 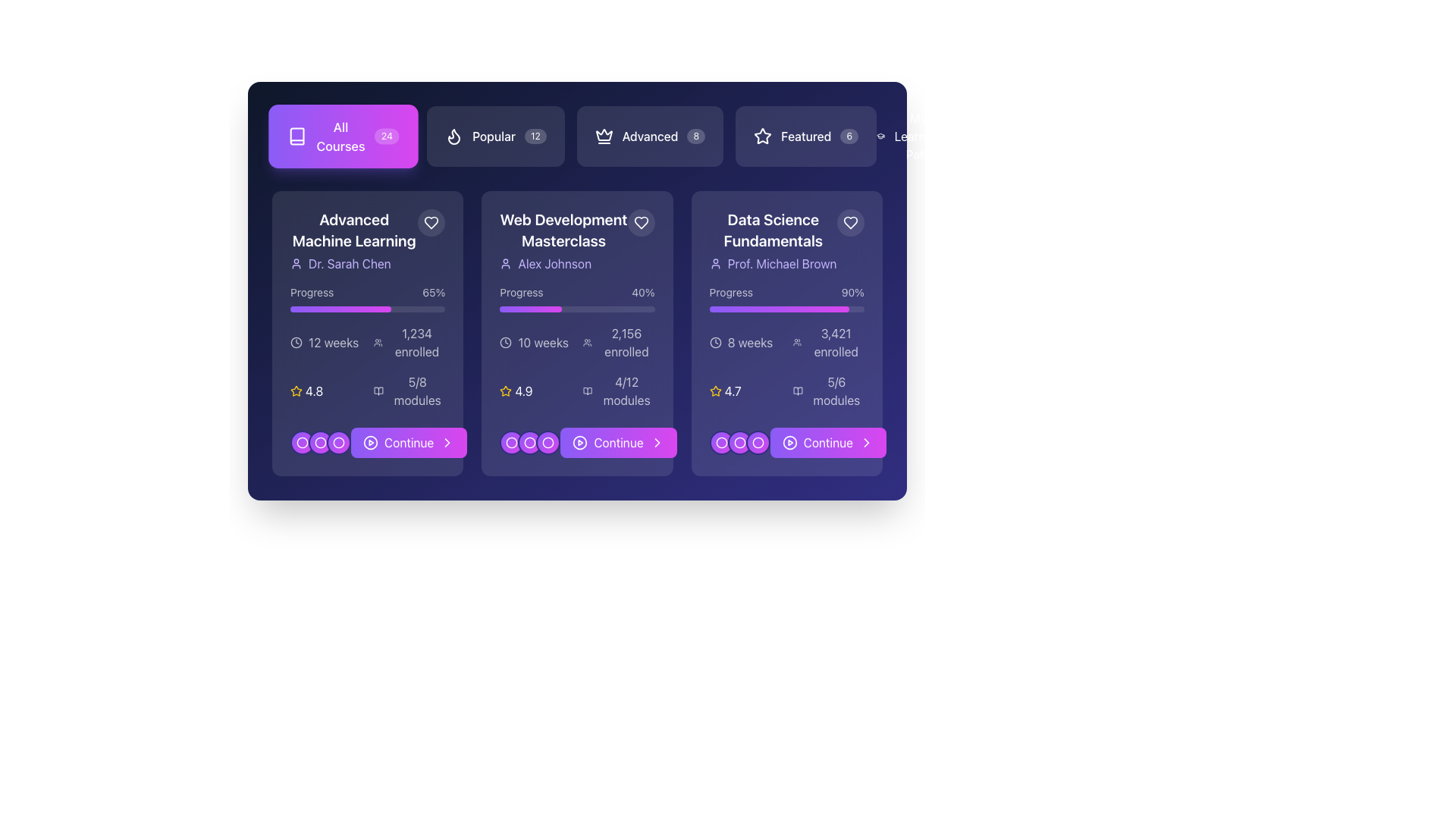 What do you see at coordinates (626, 391) in the screenshot?
I see `the static text display that shows '4/12 modules', which is located at the bottom-middle section of the second course card` at bounding box center [626, 391].